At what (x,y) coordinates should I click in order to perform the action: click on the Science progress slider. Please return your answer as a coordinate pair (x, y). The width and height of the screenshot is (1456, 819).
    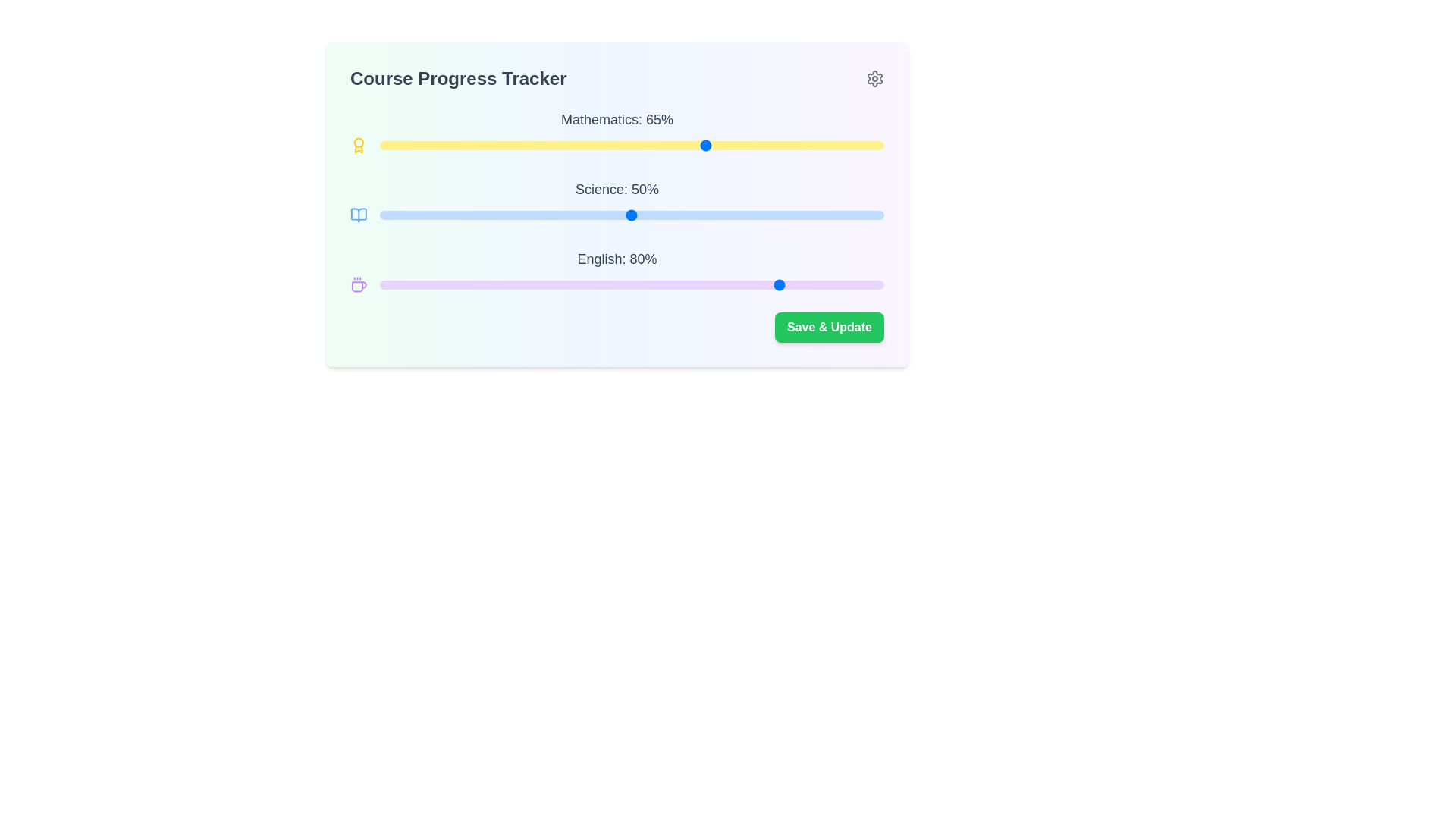
    Looking at the image, I should click on (484, 215).